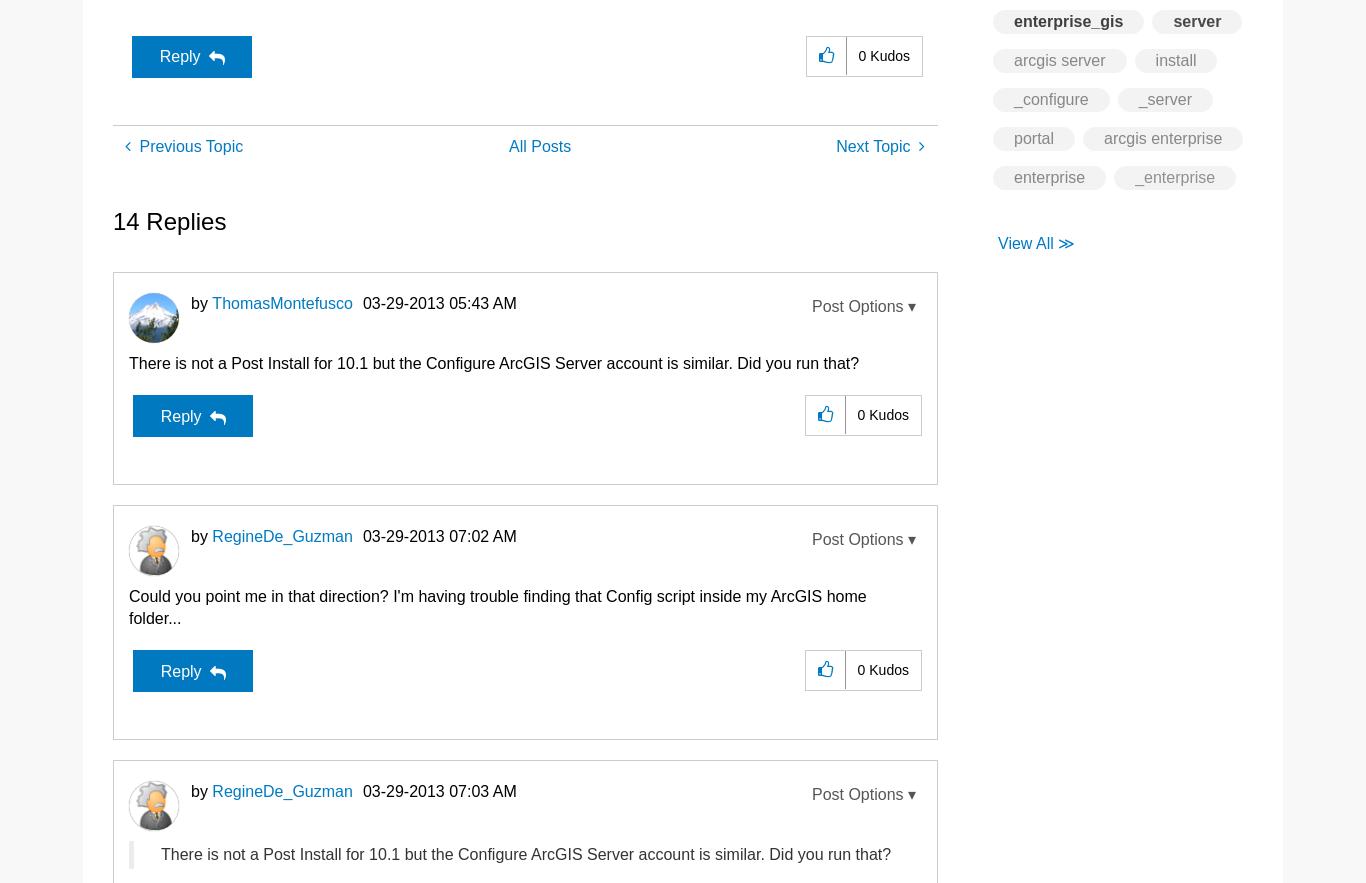 The width and height of the screenshot is (1366, 883). What do you see at coordinates (1163, 137) in the screenshot?
I see `'arcgis enterprise'` at bounding box center [1163, 137].